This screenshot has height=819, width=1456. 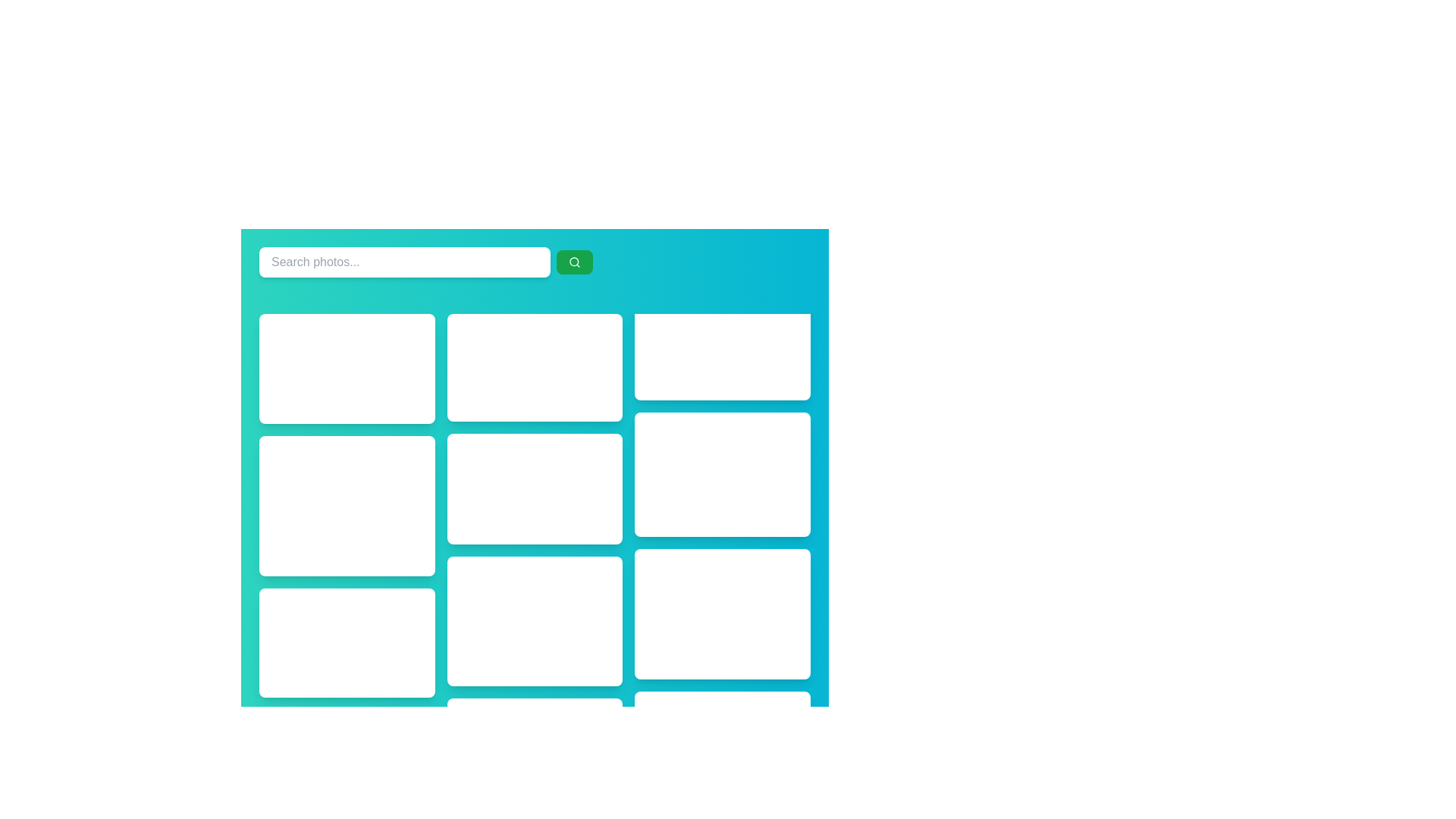 What do you see at coordinates (346, 506) in the screenshot?
I see `the clickable image tile located in the second column of the second row of the grid layout` at bounding box center [346, 506].